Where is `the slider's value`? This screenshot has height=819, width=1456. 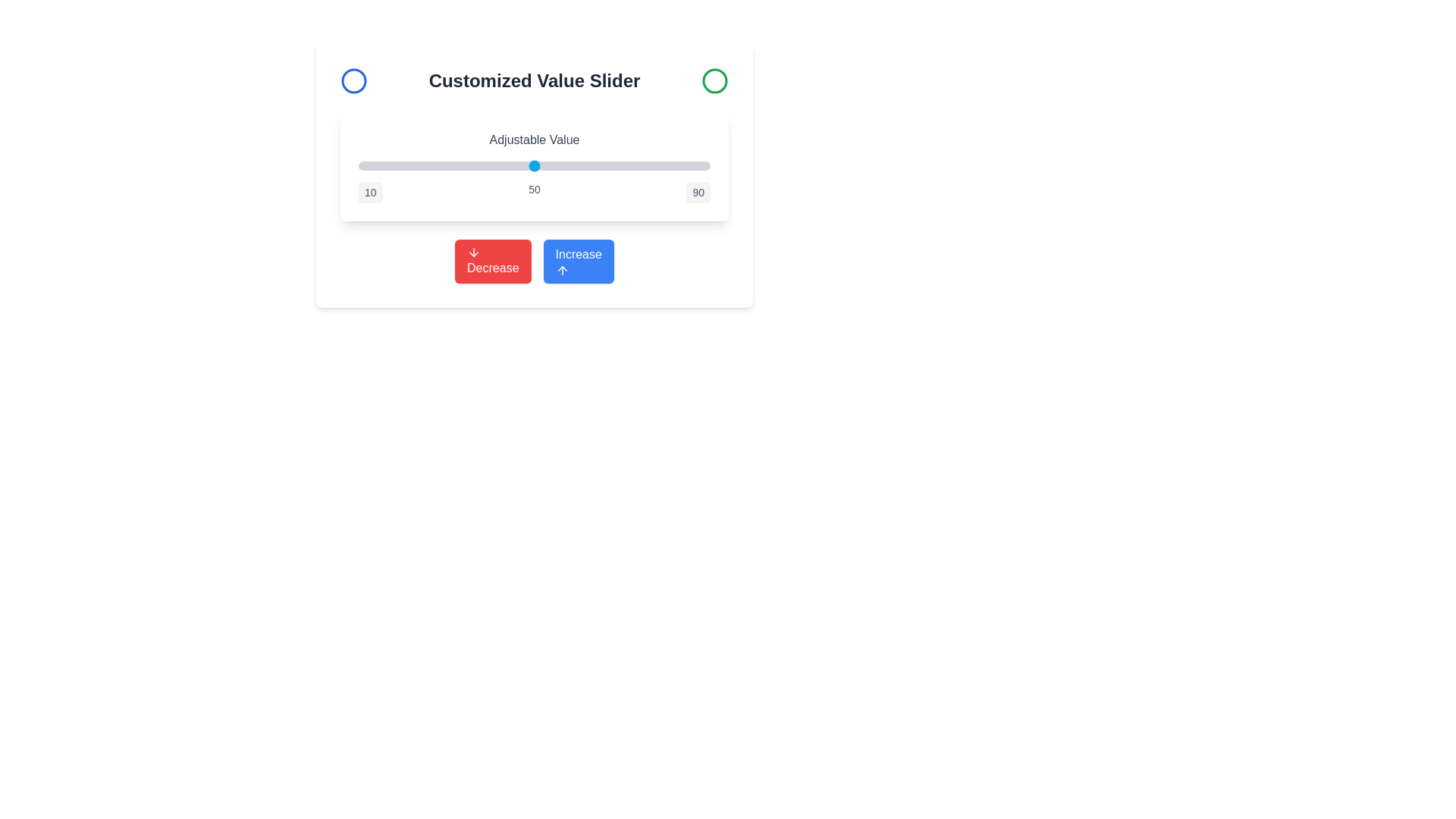 the slider's value is located at coordinates (476, 166).